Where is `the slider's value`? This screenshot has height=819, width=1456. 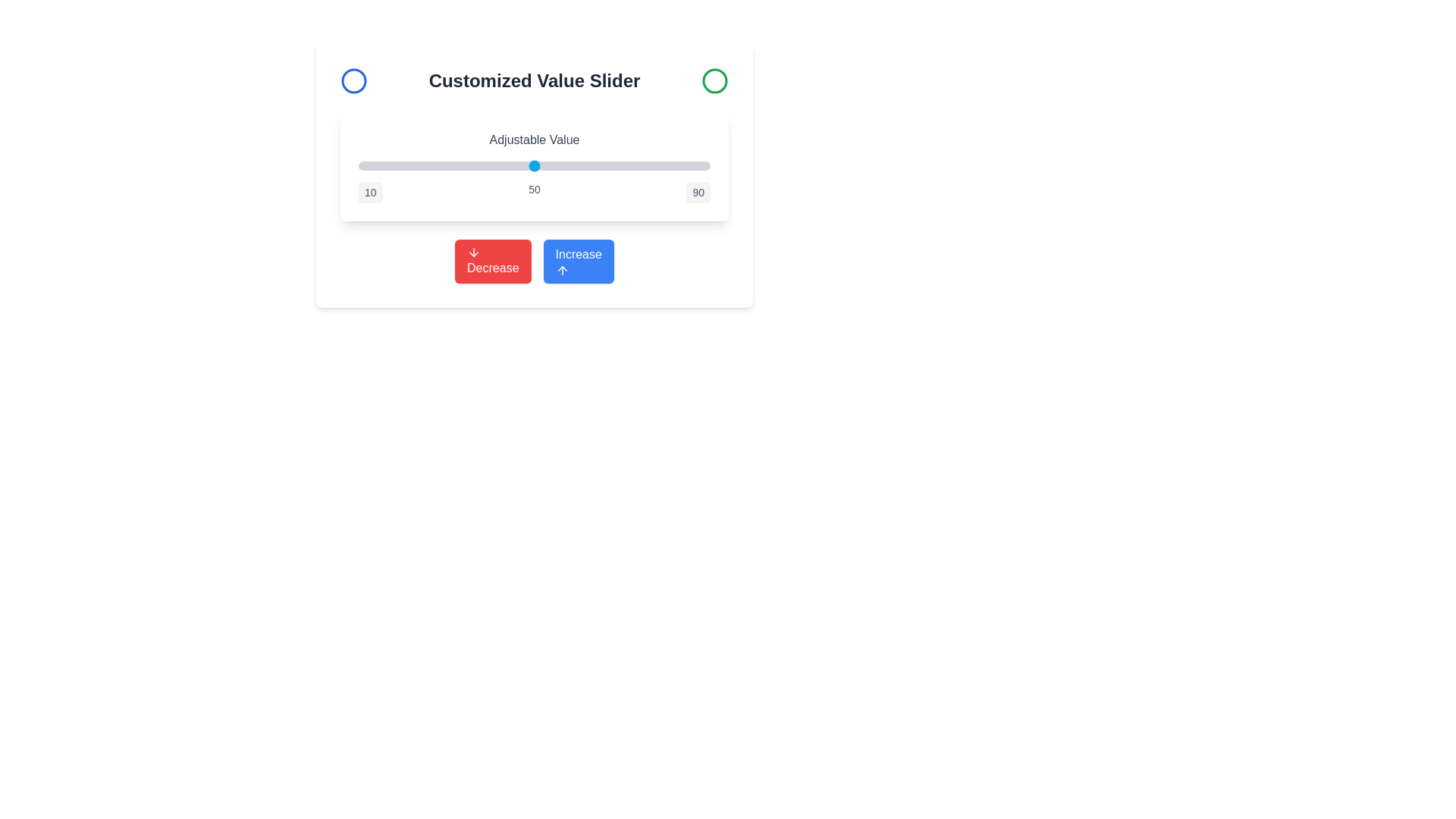 the slider's value is located at coordinates (476, 166).